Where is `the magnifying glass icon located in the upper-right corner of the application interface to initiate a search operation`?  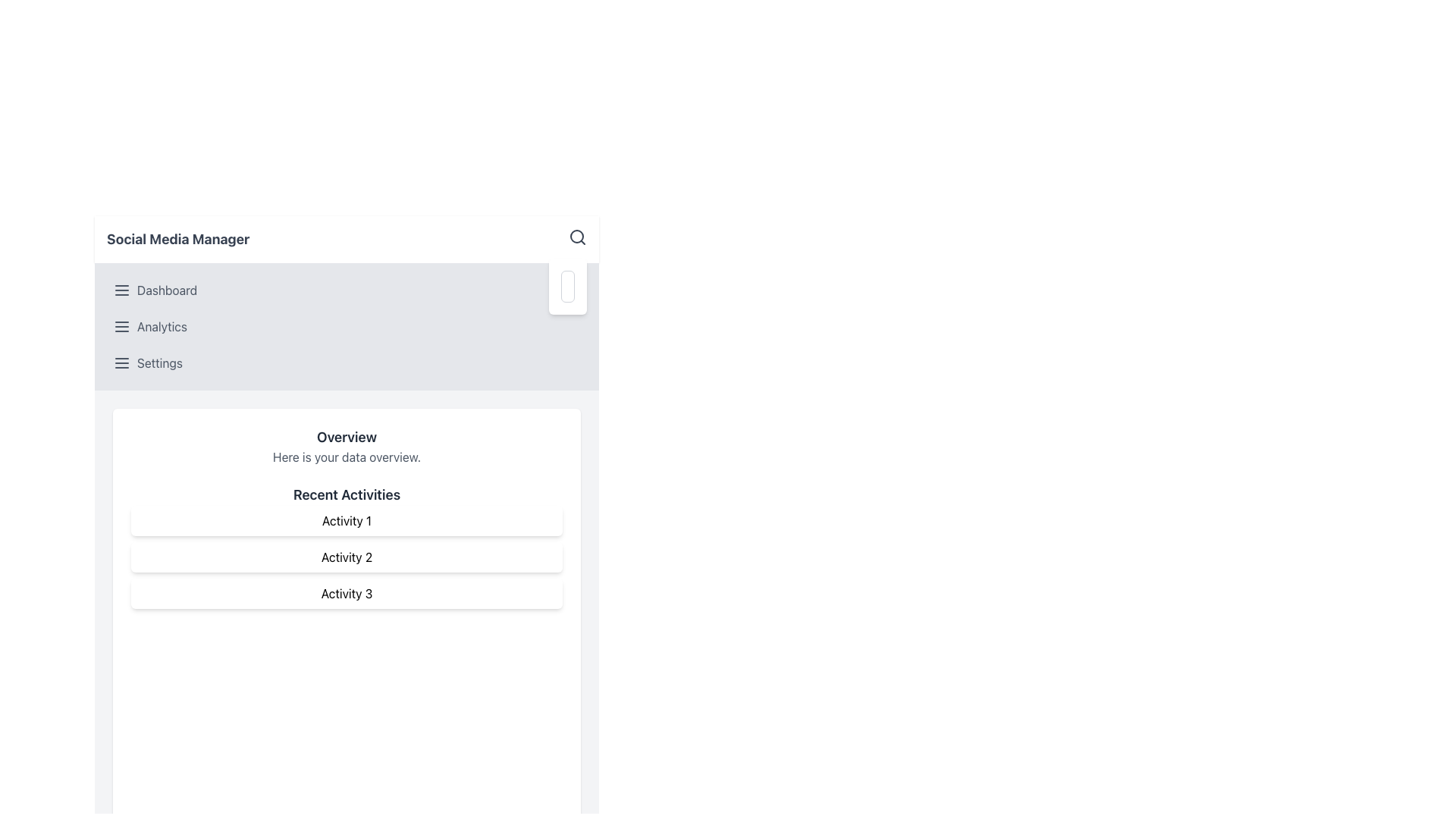 the magnifying glass icon located in the upper-right corner of the application interface to initiate a search operation is located at coordinates (577, 237).